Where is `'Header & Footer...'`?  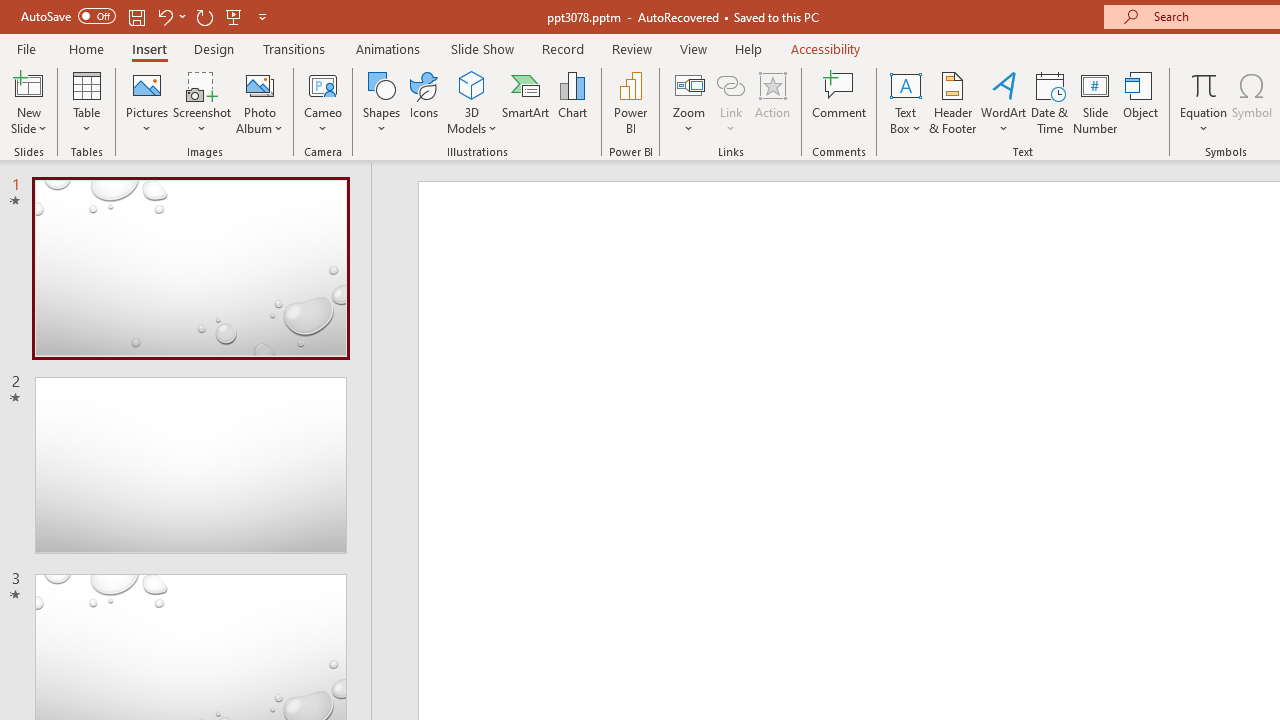
'Header & Footer...' is located at coordinates (951, 103).